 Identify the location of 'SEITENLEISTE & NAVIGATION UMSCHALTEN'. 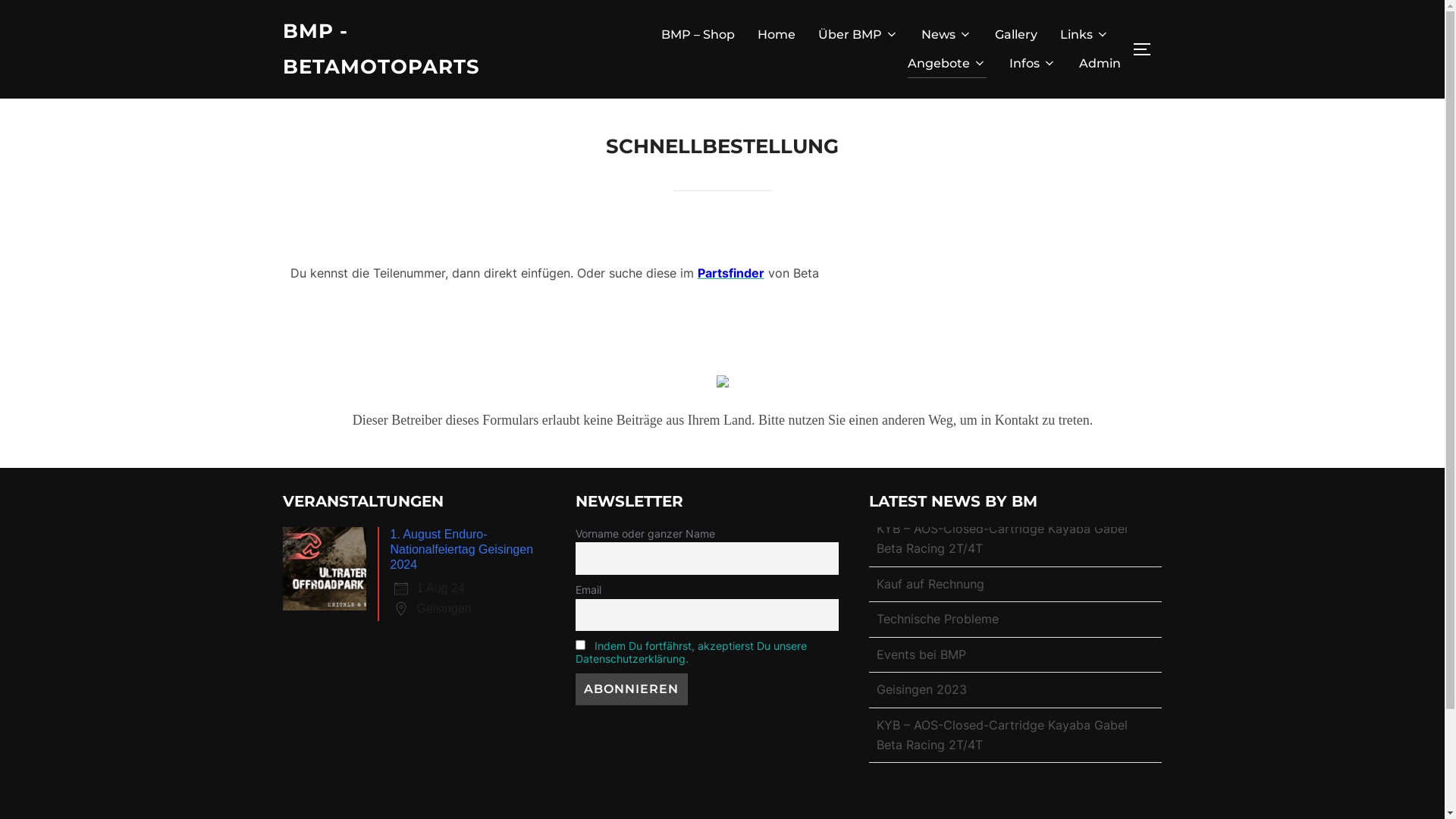
(1147, 49).